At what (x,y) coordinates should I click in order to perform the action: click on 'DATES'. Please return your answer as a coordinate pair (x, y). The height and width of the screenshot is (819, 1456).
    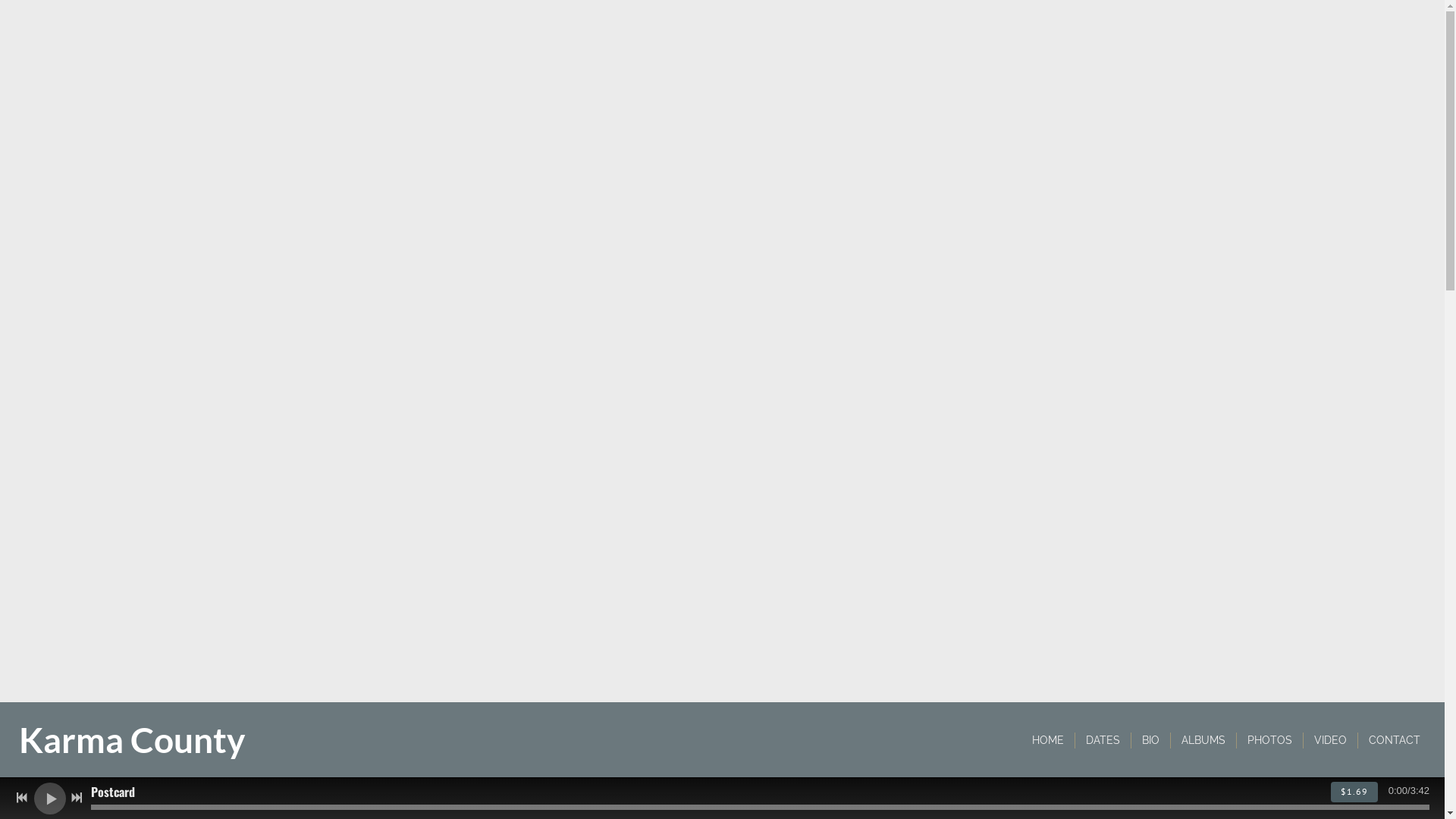
    Looking at the image, I should click on (1103, 739).